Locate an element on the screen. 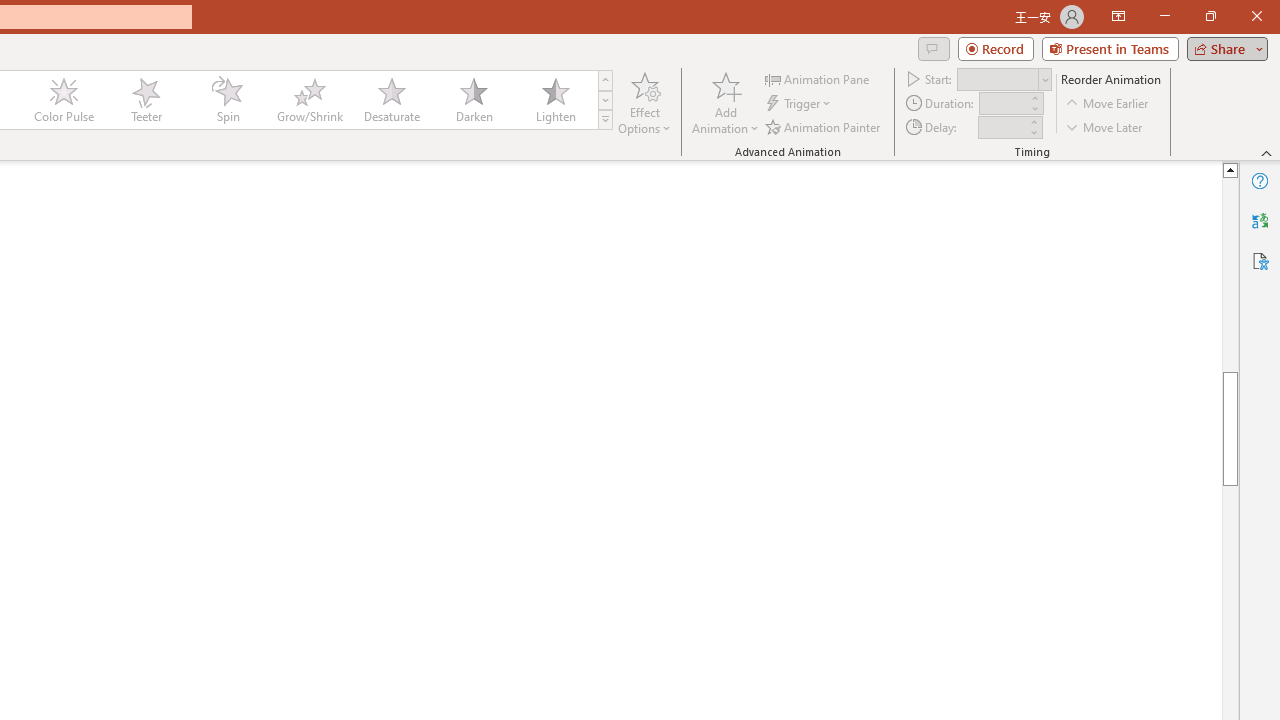 The width and height of the screenshot is (1280, 720). 'Grow/Shrink' is located at coordinates (308, 100).